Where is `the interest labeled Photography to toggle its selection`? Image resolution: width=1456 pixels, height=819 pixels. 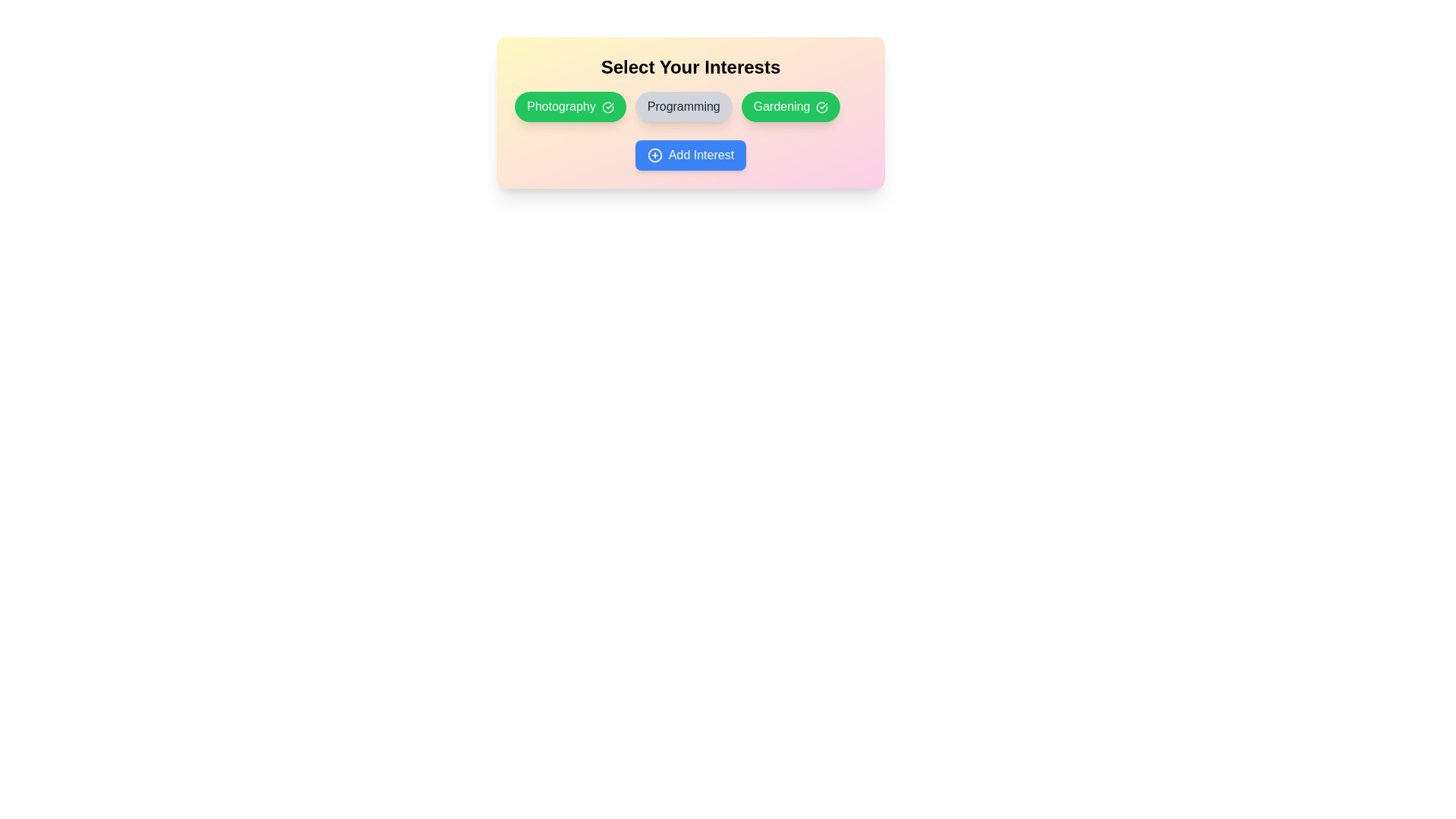 the interest labeled Photography to toggle its selection is located at coordinates (570, 106).